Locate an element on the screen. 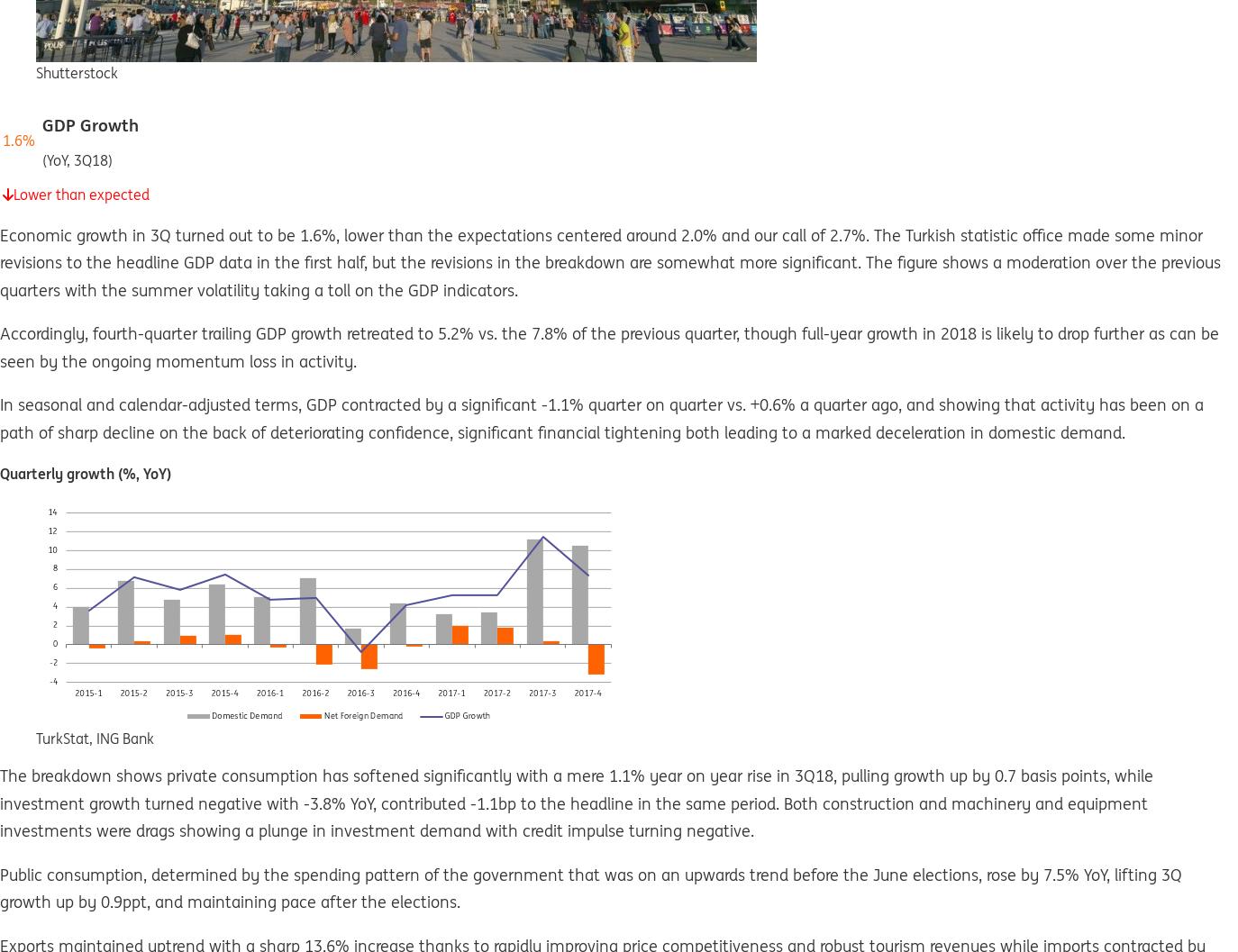  'Economic growth in 3Q turned out to be 1.6%, lower than the expectations centered around 2.0% and our call of 2.7%. The Turkish statistic office made some minor revisions to the headline GDP data in the first half, but the revisions in the breakdown are somewhat more significant. The figure shows a moderation over the previous quarters with the summer volatility taking a toll on the GDP indicators.' is located at coordinates (0, 260).